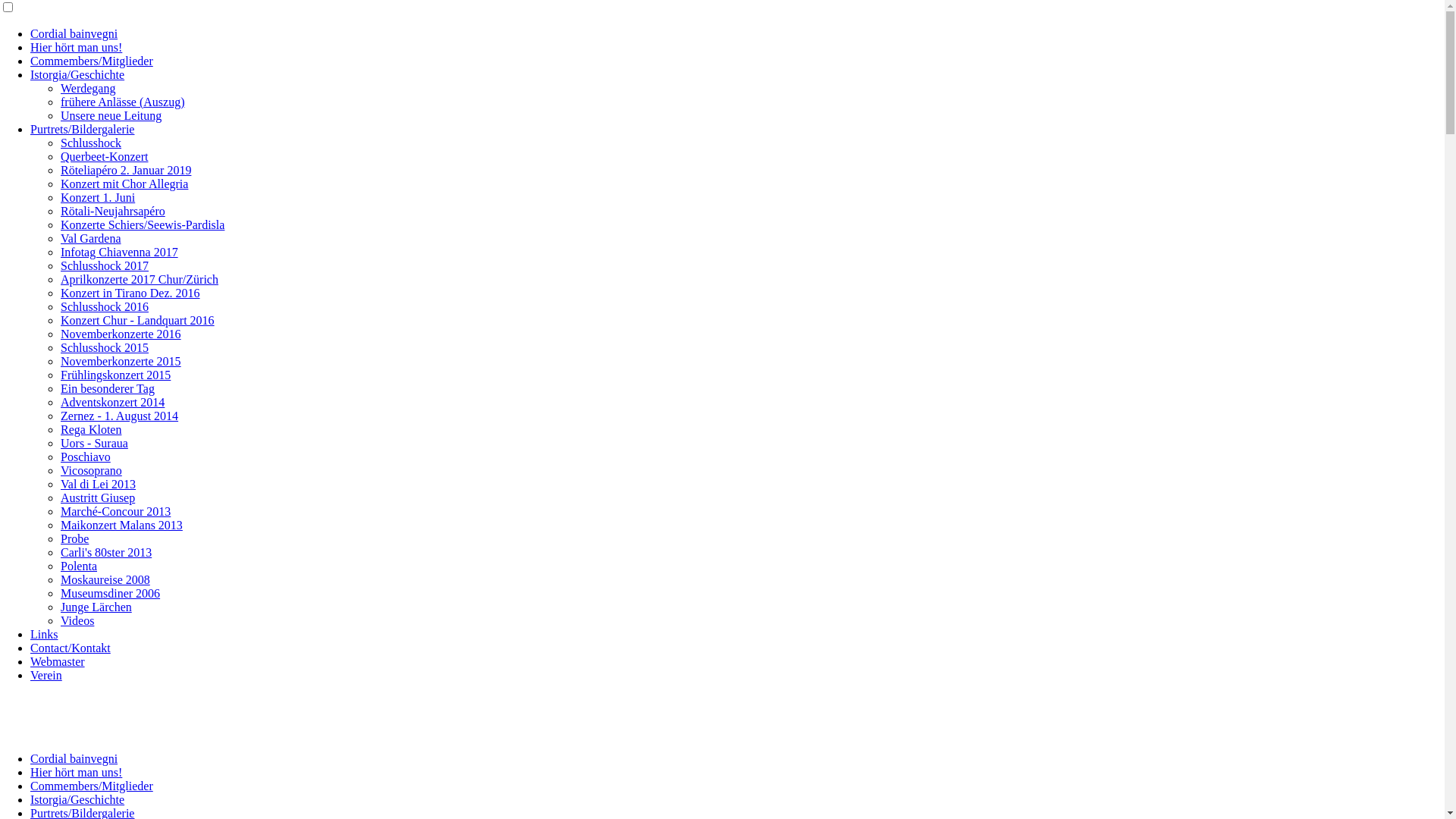 This screenshot has height=819, width=1456. I want to click on 'Commembers/Mitglieder', so click(90, 785).